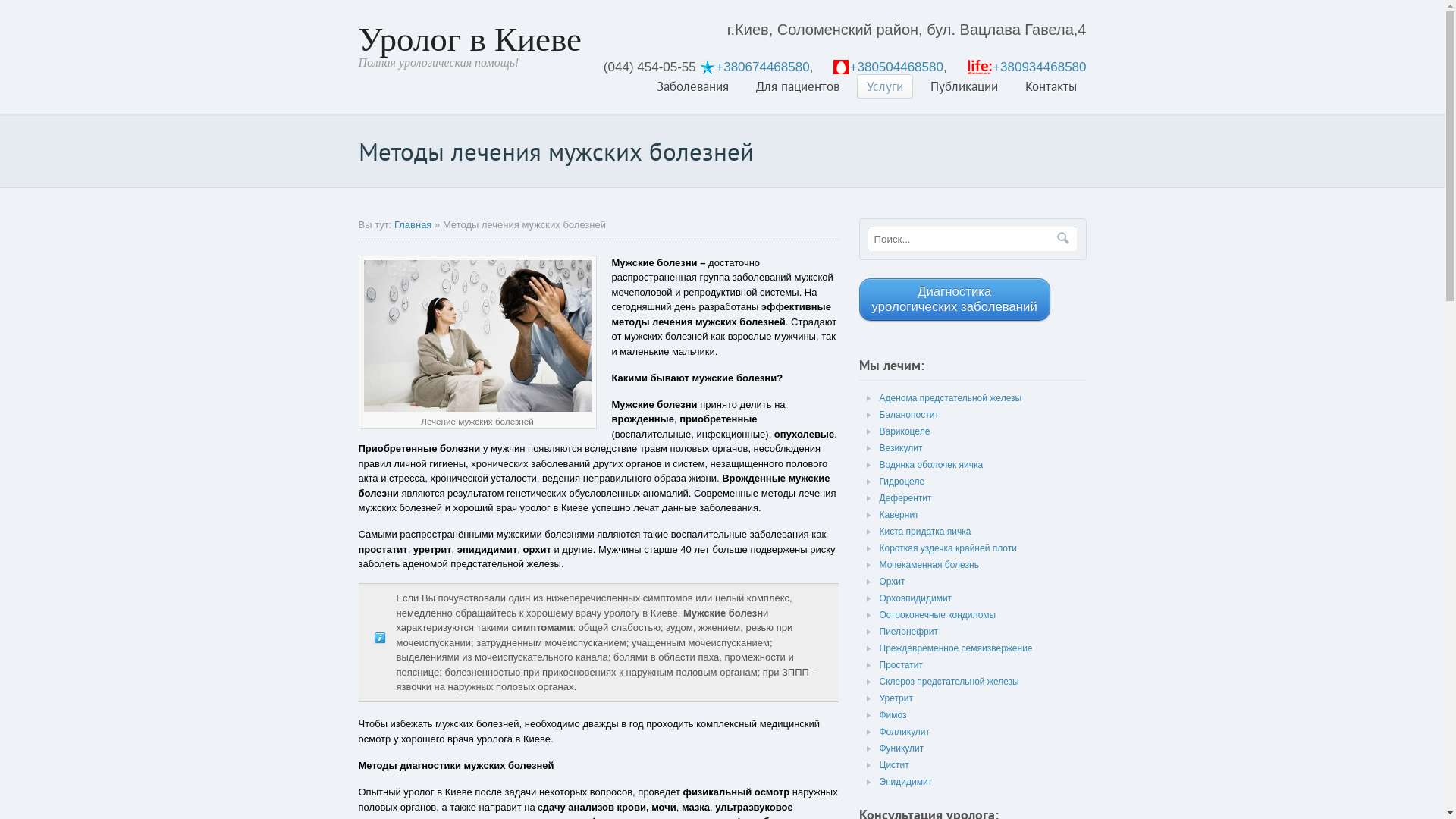 This screenshot has width=1456, height=819. I want to click on '+380504468580', so click(896, 66).